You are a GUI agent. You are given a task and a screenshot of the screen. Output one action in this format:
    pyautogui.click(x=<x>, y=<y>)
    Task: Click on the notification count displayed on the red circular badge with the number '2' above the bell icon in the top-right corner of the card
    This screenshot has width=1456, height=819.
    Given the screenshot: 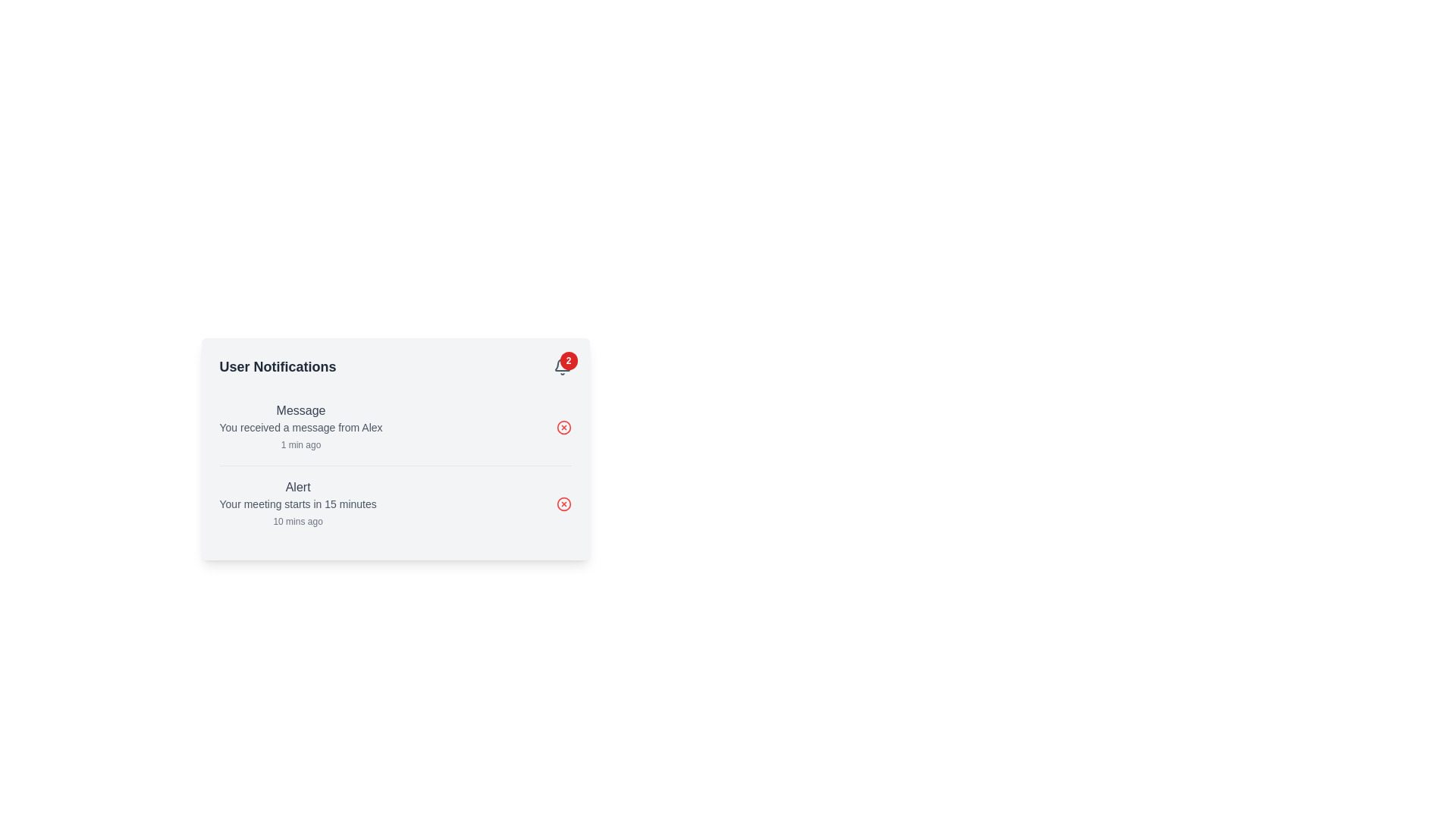 What is the action you would take?
    pyautogui.click(x=561, y=366)
    